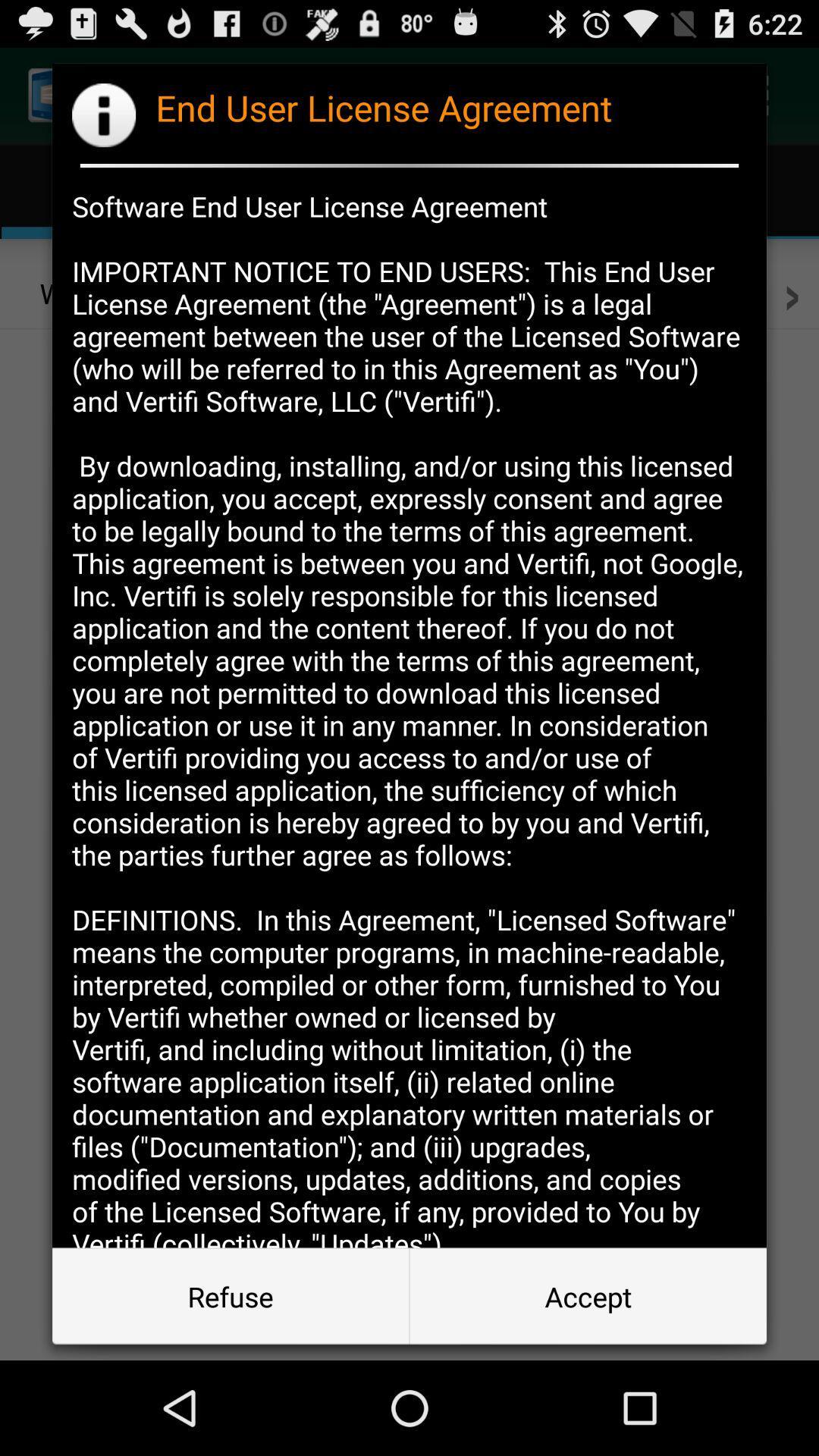 The width and height of the screenshot is (819, 1456). What do you see at coordinates (231, 1295) in the screenshot?
I see `refuse at the bottom left corner` at bounding box center [231, 1295].